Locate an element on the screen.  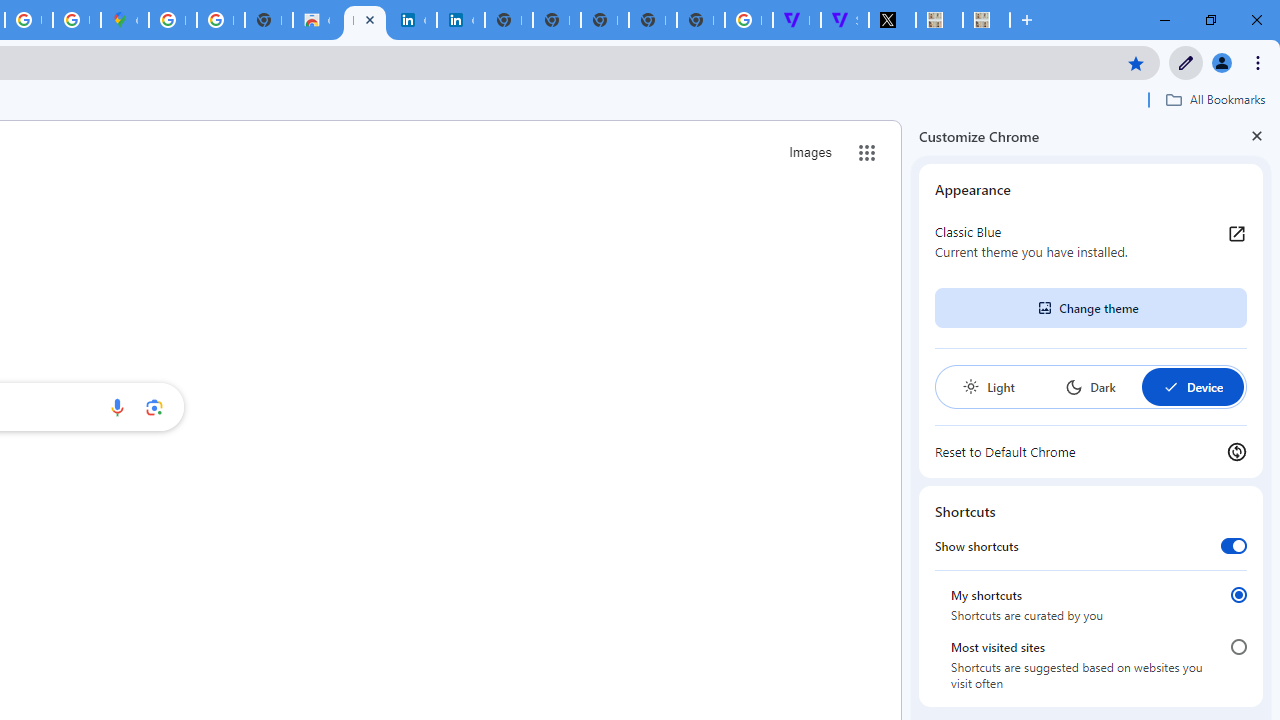
'Dark' is located at coordinates (1089, 387).